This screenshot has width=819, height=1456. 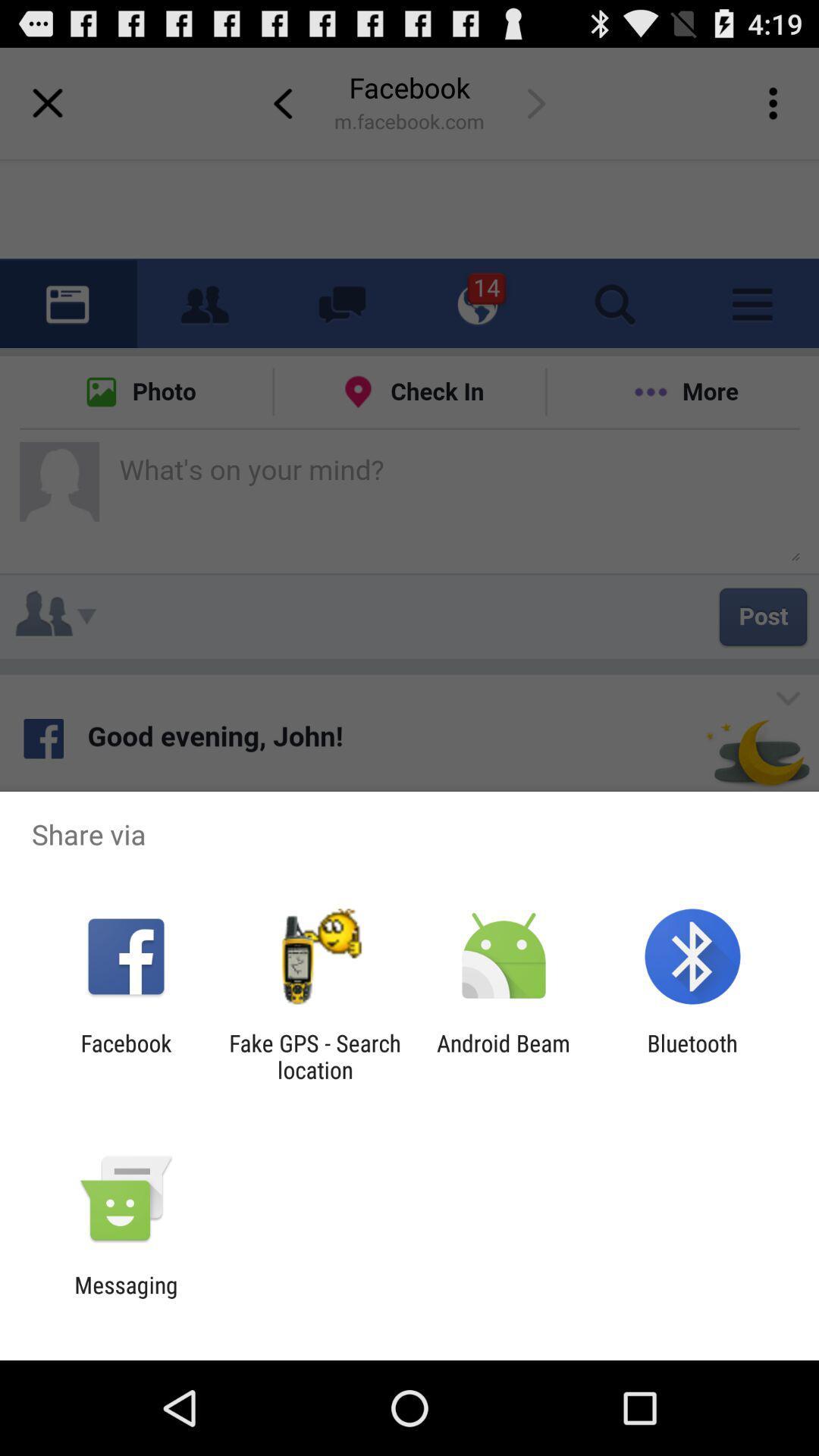 What do you see at coordinates (125, 1056) in the screenshot?
I see `app next to fake gps search app` at bounding box center [125, 1056].